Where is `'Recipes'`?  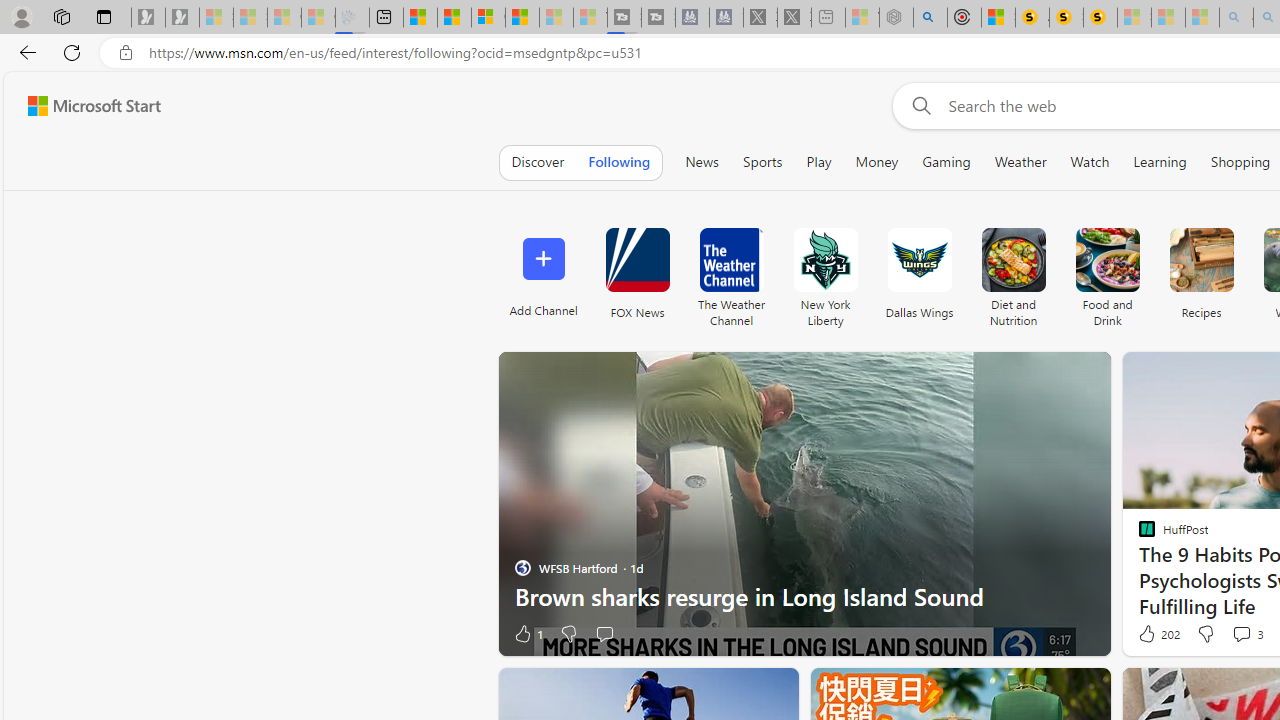 'Recipes' is located at coordinates (1200, 259).